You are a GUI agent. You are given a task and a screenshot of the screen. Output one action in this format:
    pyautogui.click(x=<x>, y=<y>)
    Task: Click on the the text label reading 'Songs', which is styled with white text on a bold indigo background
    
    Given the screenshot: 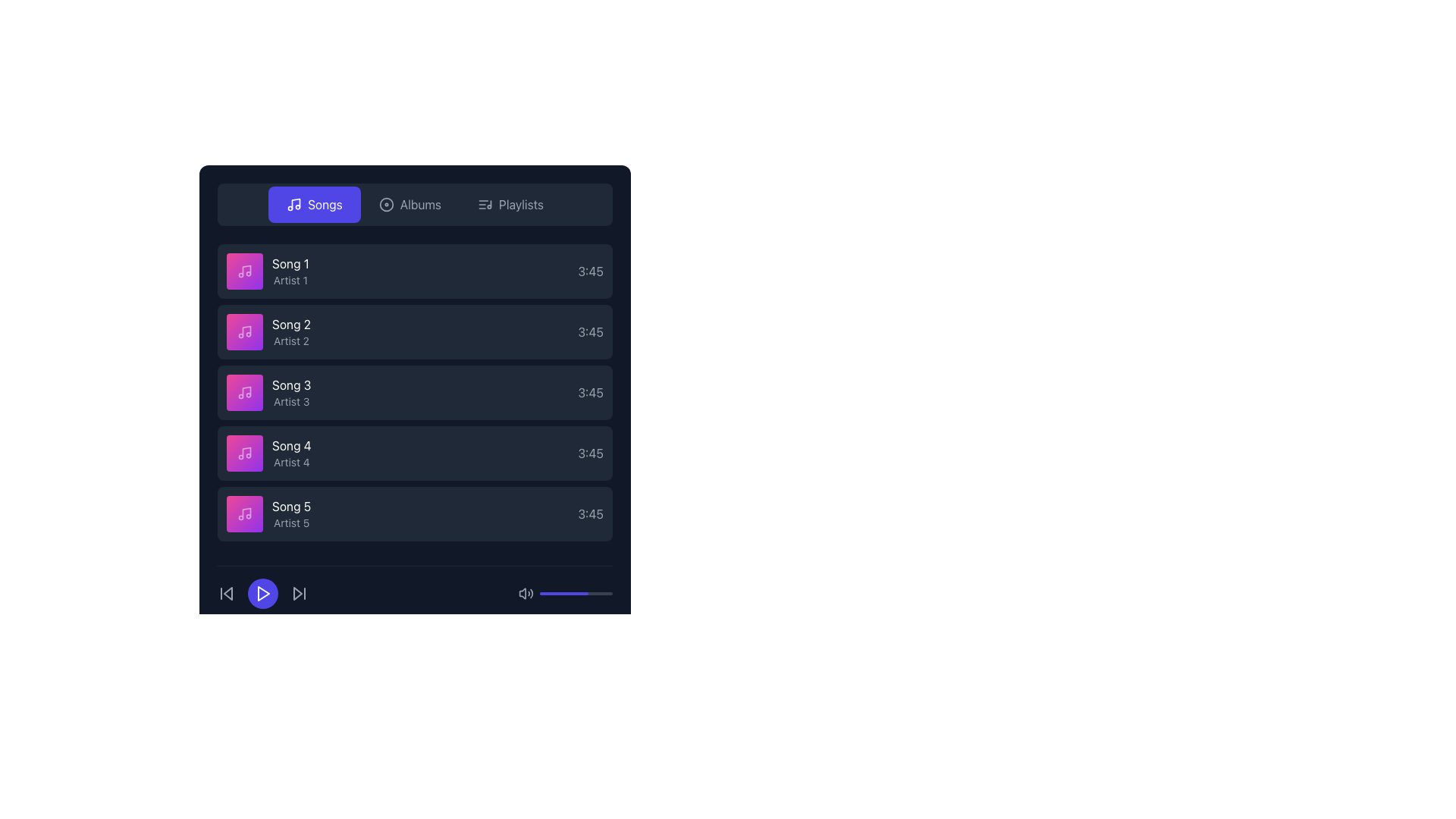 What is the action you would take?
    pyautogui.click(x=324, y=205)
    